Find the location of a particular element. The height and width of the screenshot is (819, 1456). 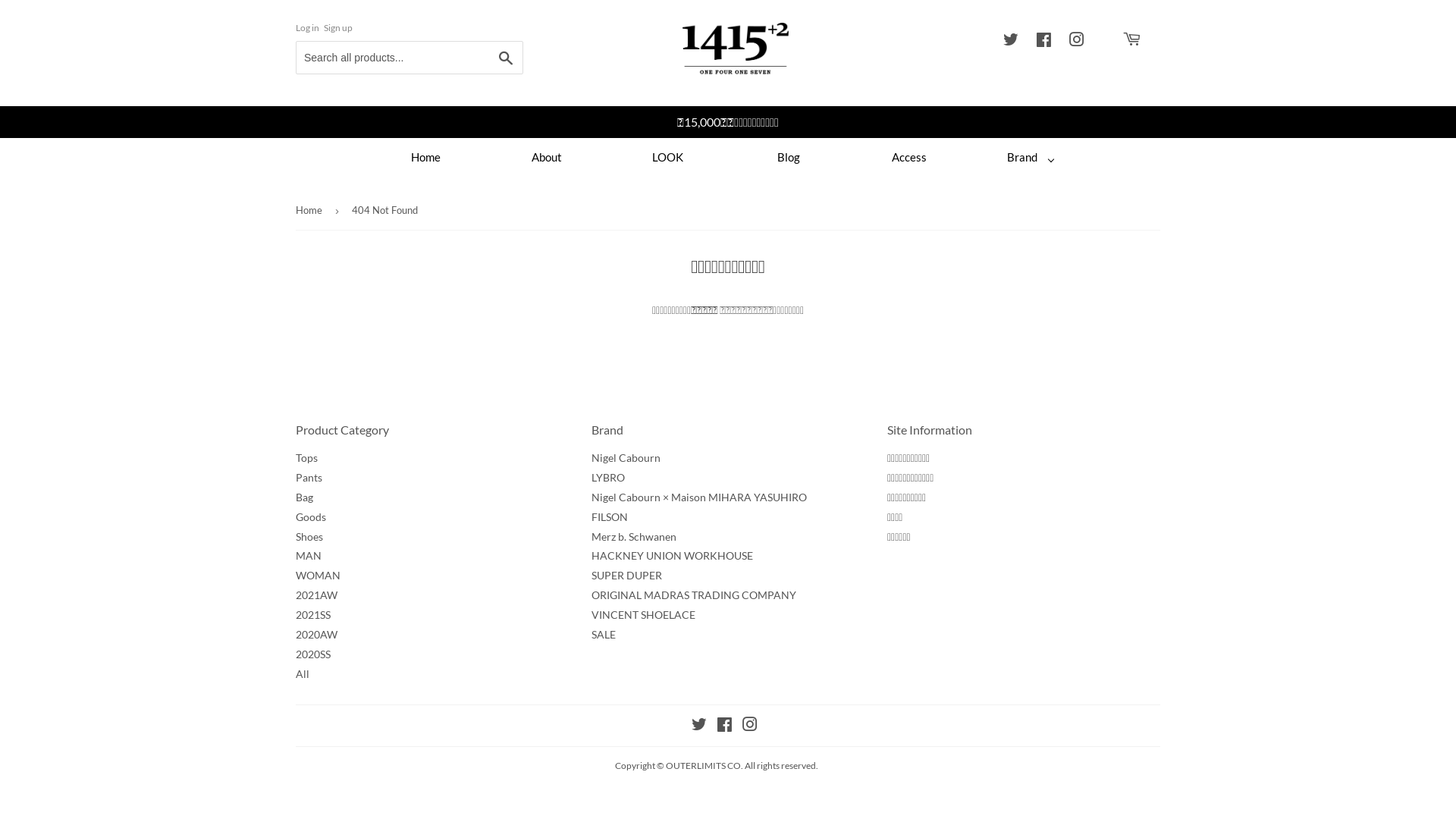

'ORIGINAL MADRAS TRADING COMPANY' is located at coordinates (693, 594).